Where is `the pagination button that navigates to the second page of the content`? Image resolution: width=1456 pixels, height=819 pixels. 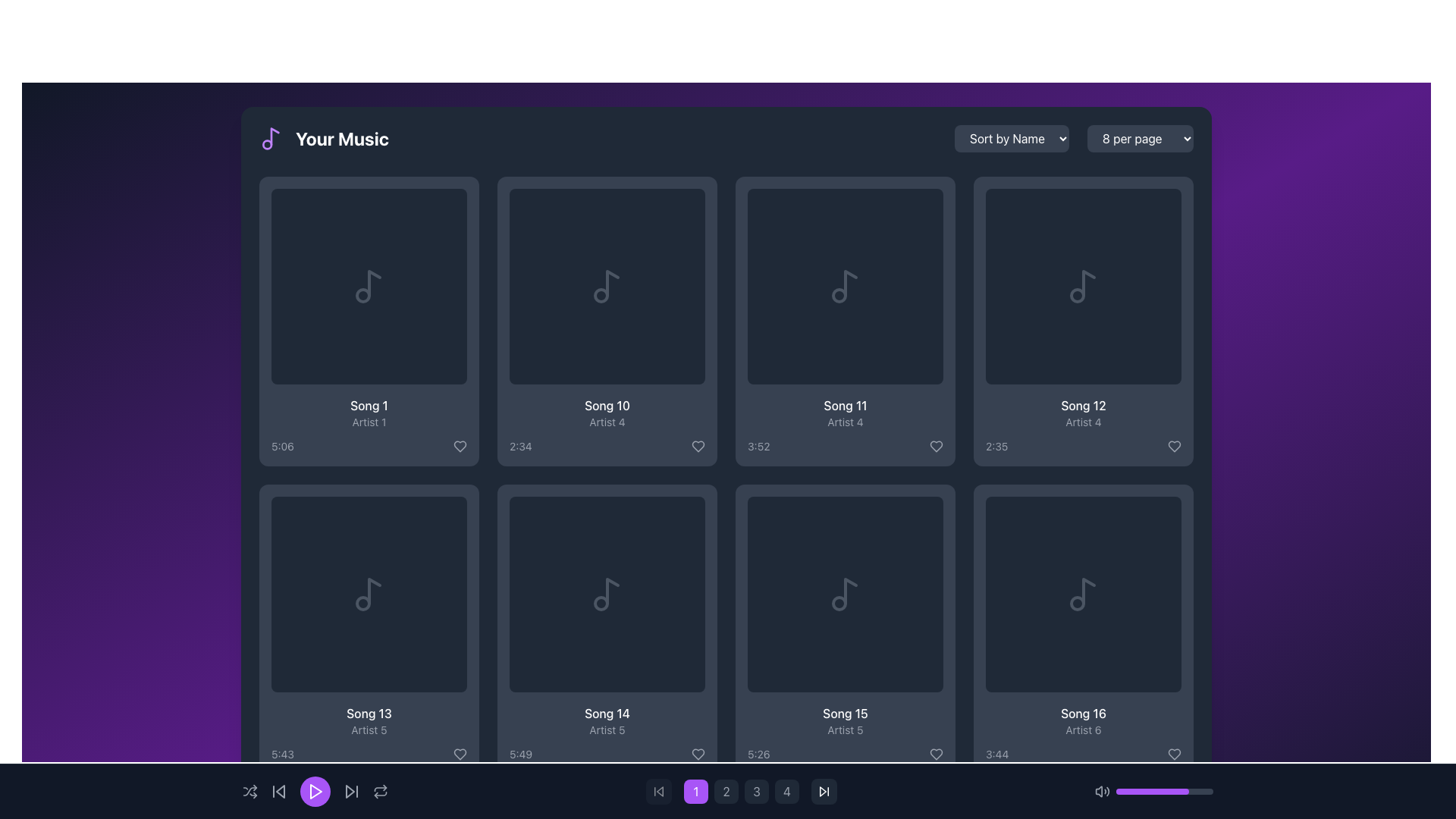
the pagination button that navigates to the second page of the content is located at coordinates (728, 791).